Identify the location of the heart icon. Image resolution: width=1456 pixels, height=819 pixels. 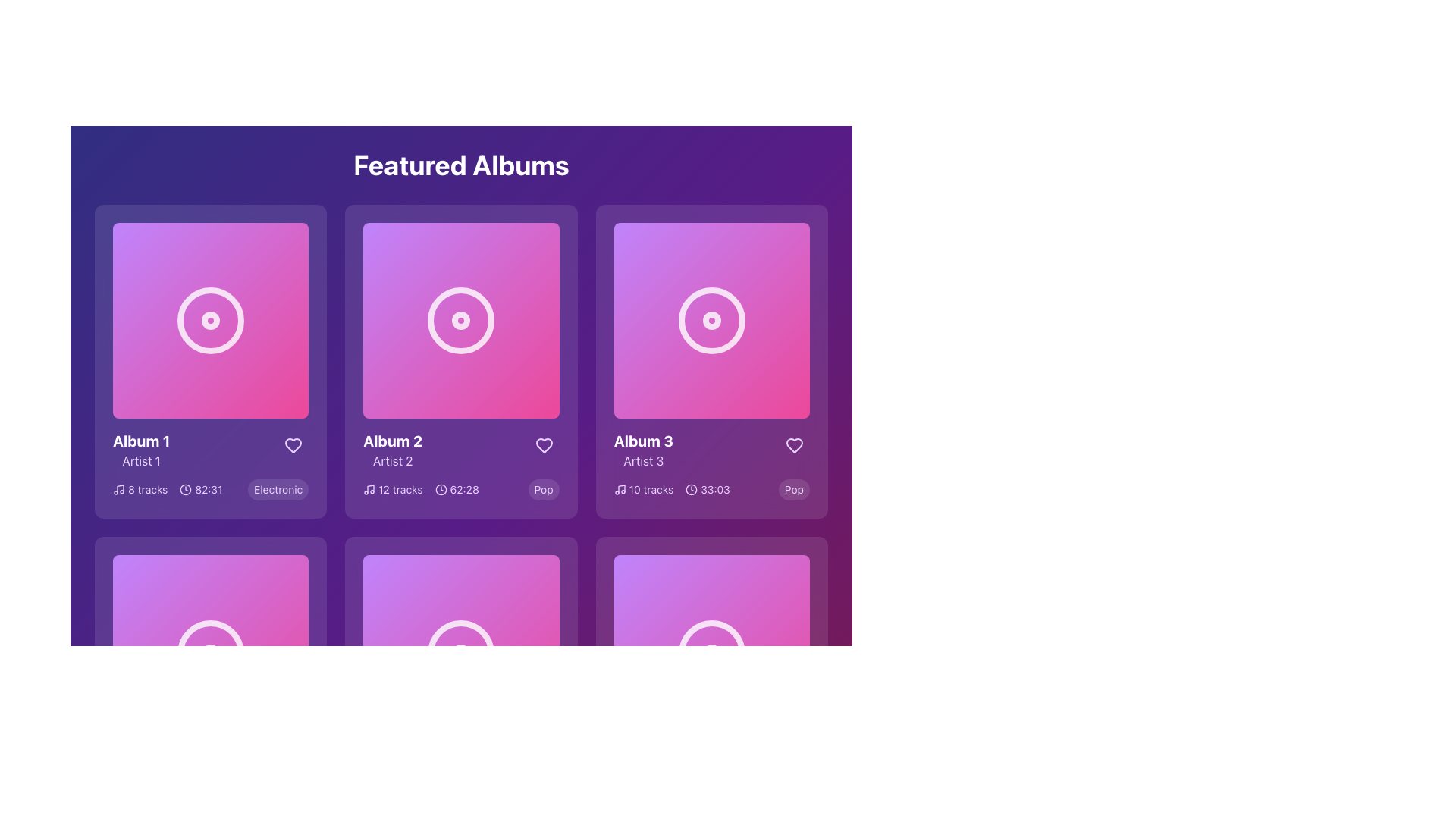
(544, 445).